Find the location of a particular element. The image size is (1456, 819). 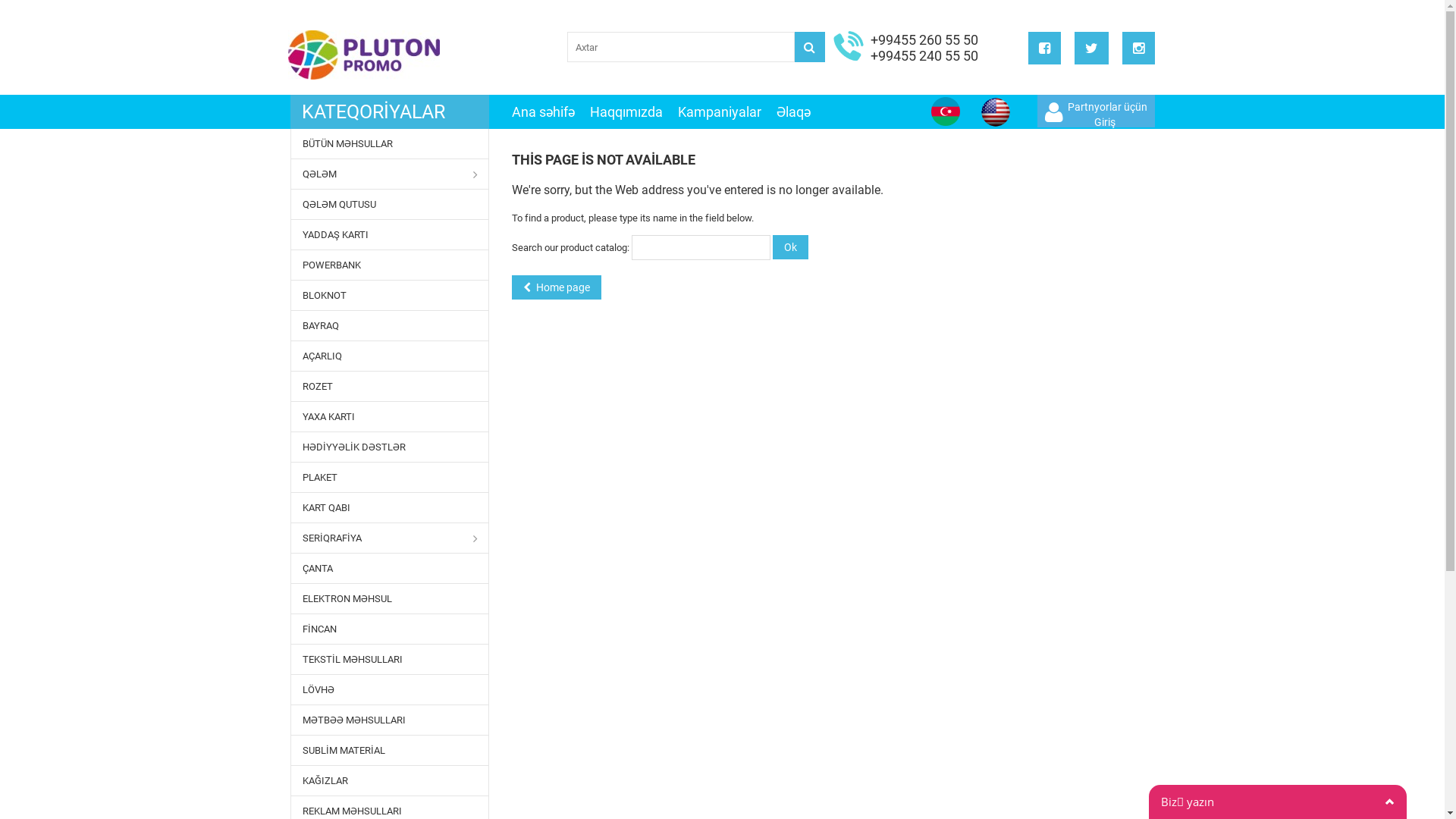

'YAXA KARTI' is located at coordinates (390, 416).